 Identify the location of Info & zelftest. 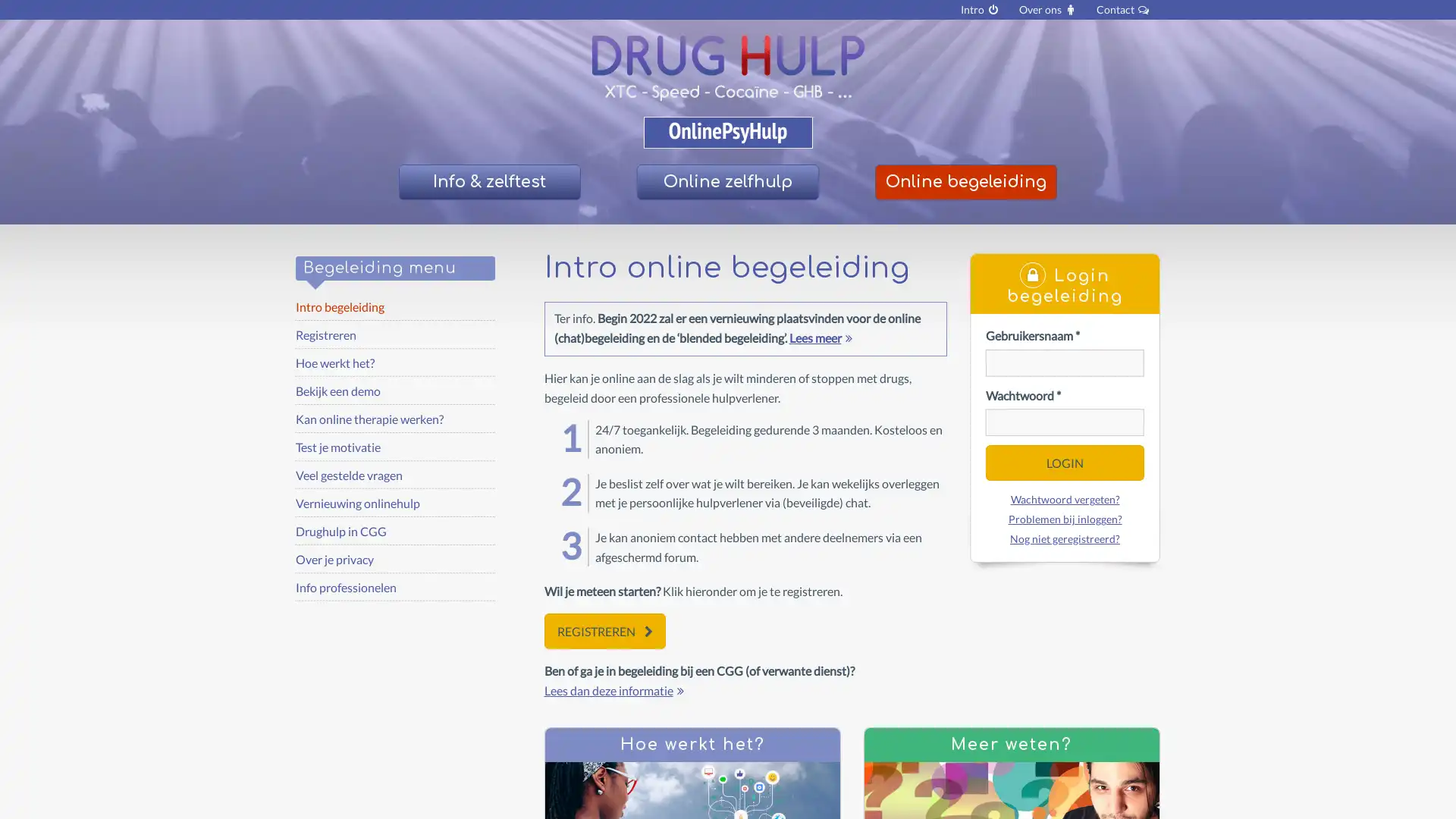
(488, 180).